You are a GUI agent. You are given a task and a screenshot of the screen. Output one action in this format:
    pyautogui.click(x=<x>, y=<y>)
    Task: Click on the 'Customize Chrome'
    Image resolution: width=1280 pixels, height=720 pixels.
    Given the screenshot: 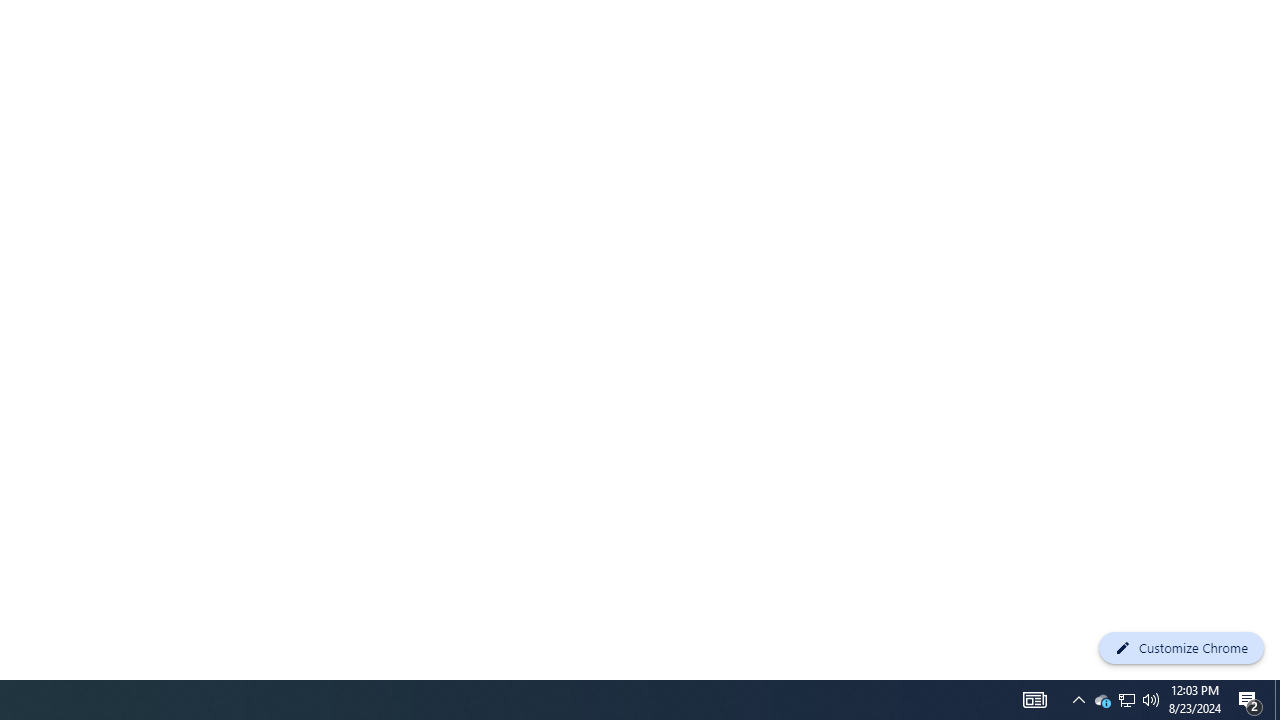 What is the action you would take?
    pyautogui.click(x=1181, y=648)
    